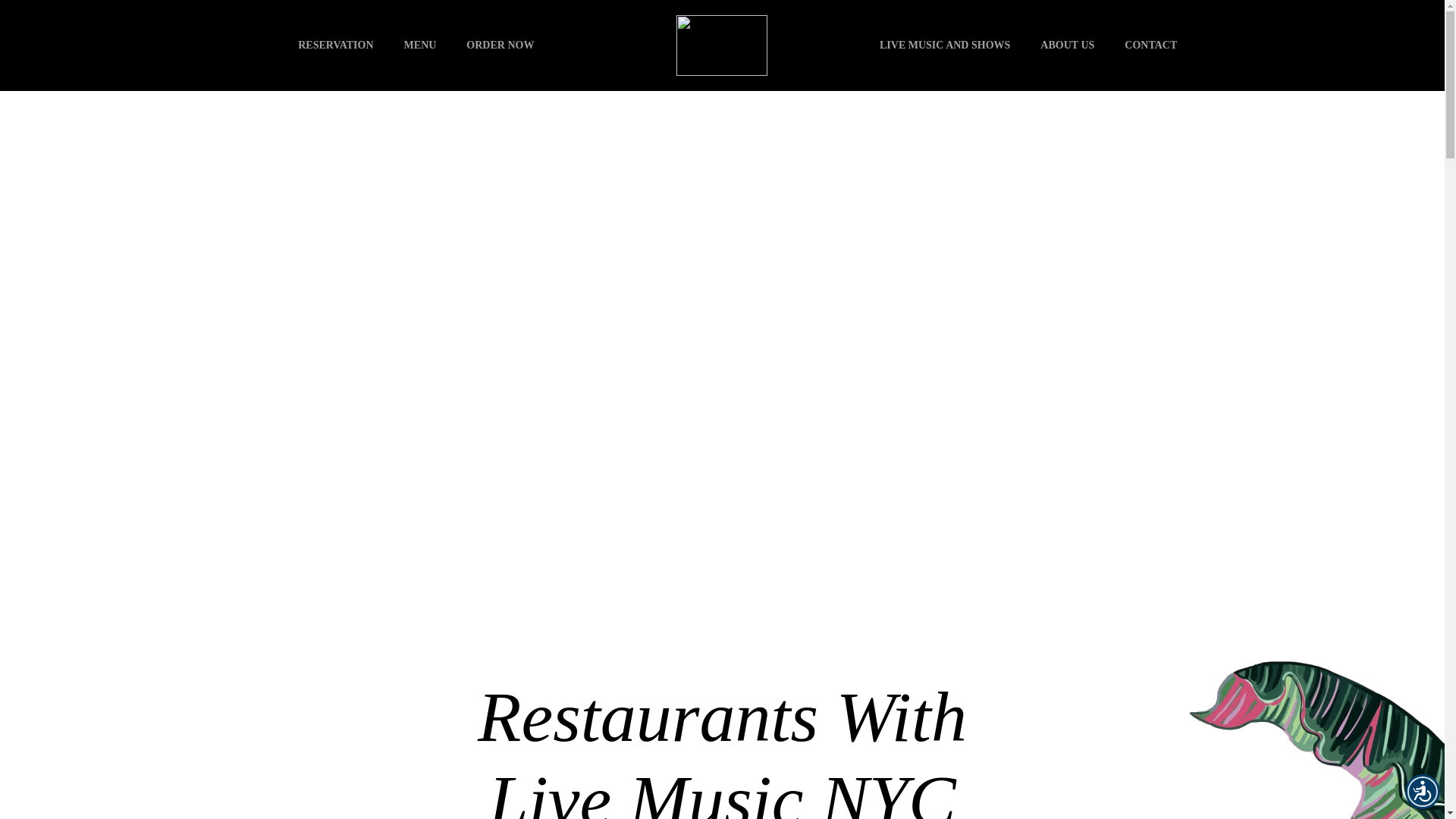  I want to click on 'MENU', so click(420, 45).